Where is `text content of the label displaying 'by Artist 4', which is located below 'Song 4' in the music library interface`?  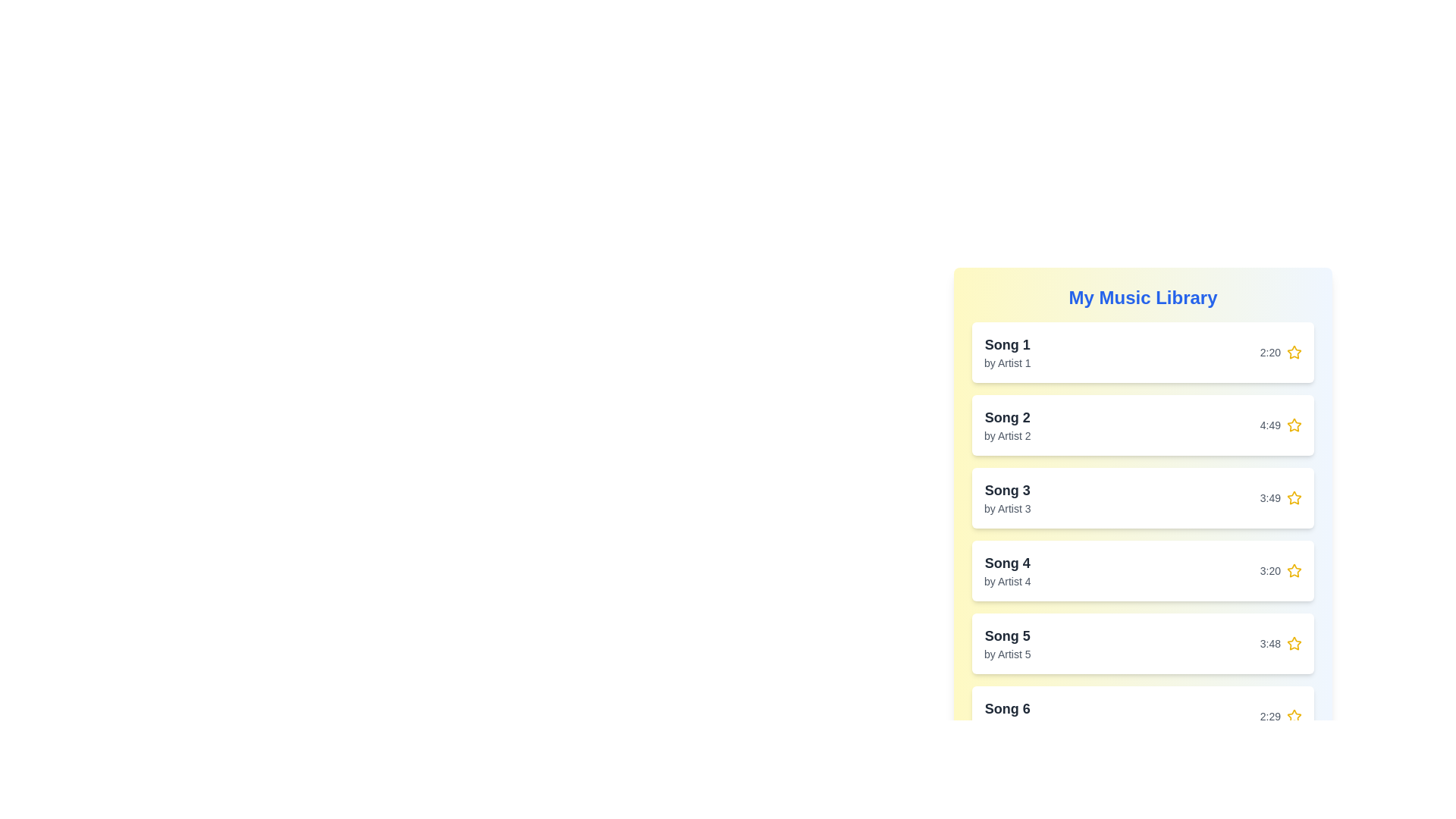 text content of the label displaying 'by Artist 4', which is located below 'Song 4' in the music library interface is located at coordinates (1007, 581).